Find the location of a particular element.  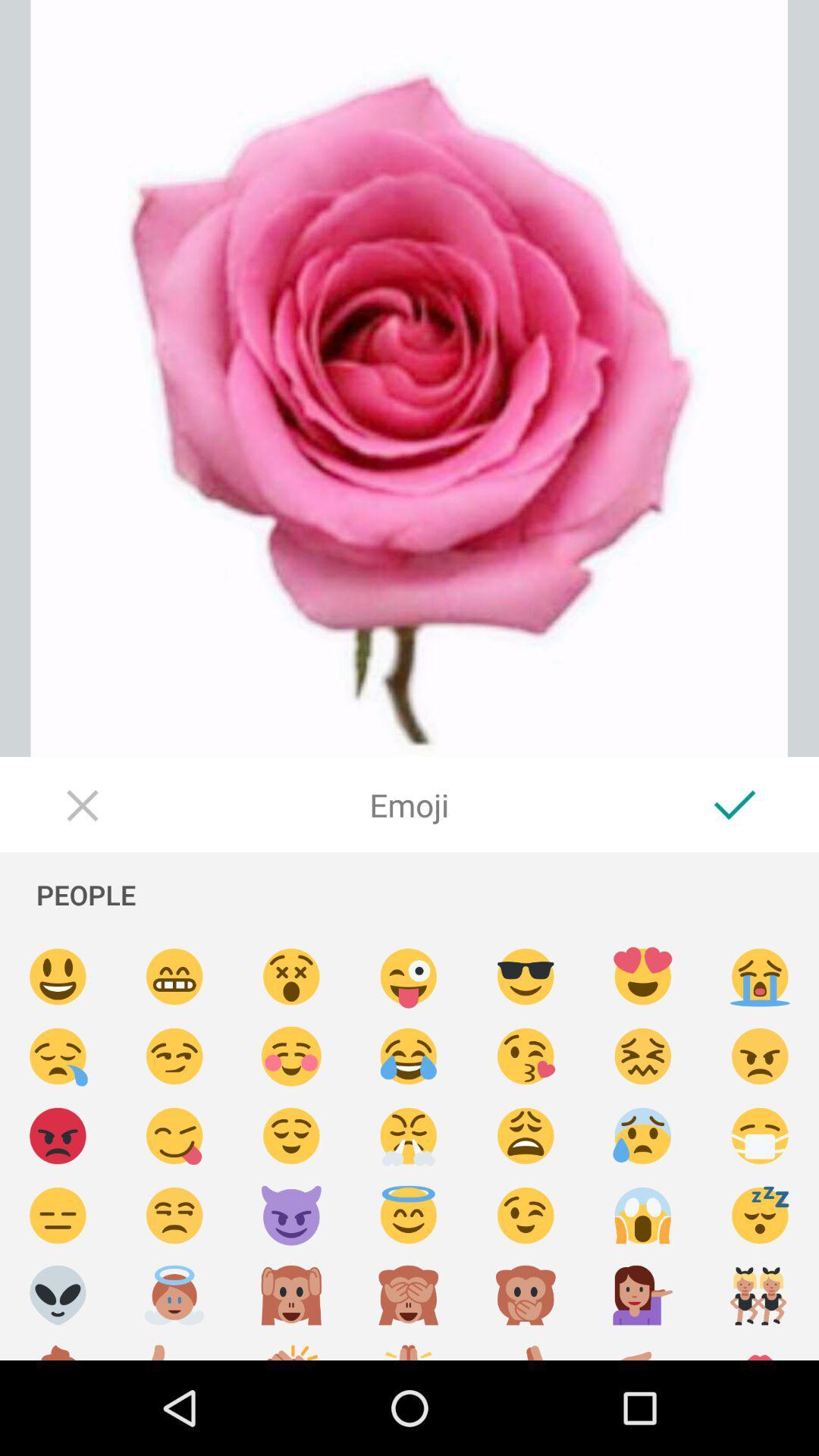

emoji is located at coordinates (525, 1056).